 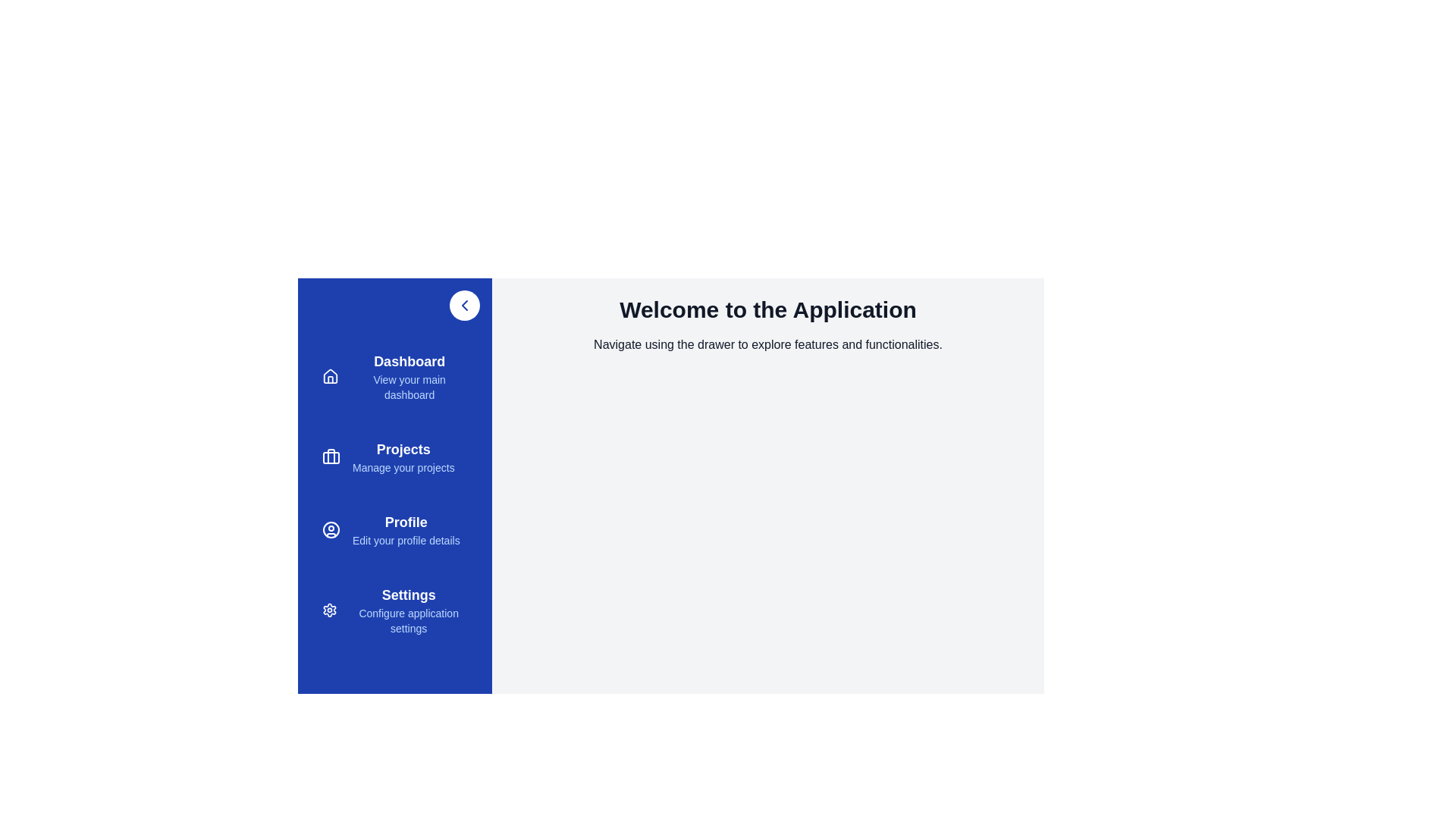 What do you see at coordinates (395, 610) in the screenshot?
I see `the menu item Settings to view its hover effect` at bounding box center [395, 610].